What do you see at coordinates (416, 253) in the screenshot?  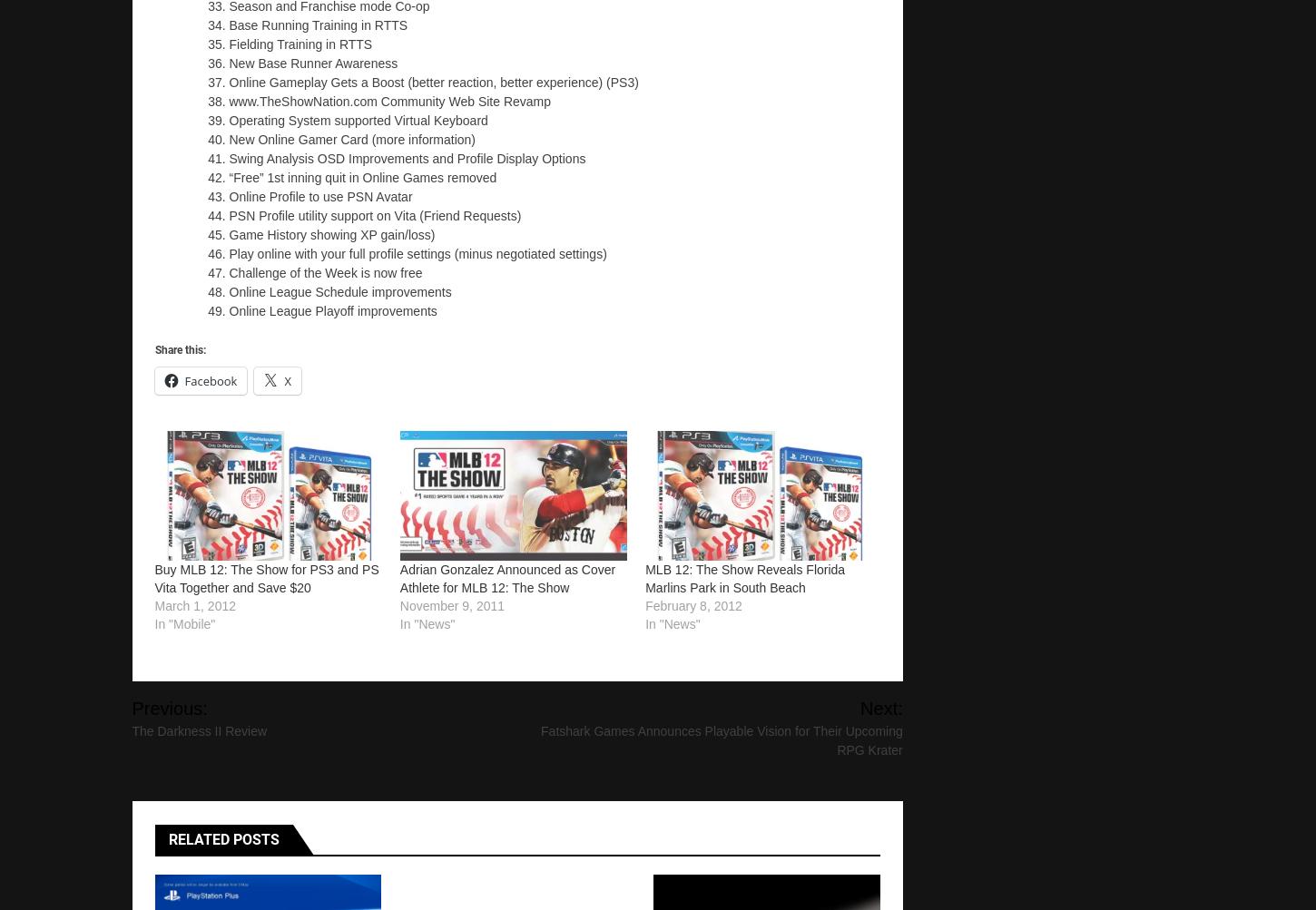 I see `'Play online with your full profile settings (minus negotiated settings)'` at bounding box center [416, 253].